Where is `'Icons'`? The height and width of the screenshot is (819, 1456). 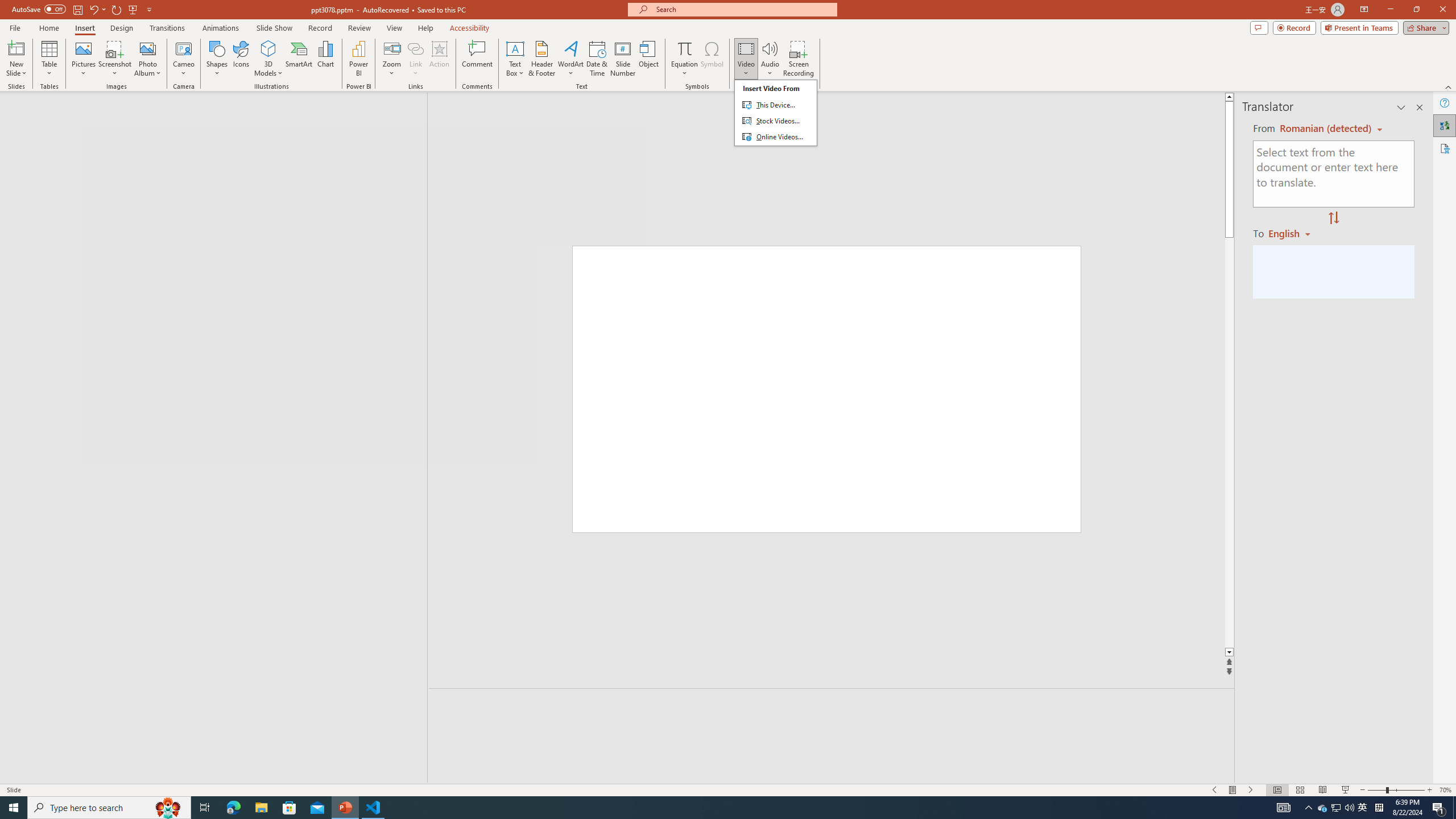
'Icons' is located at coordinates (241, 59).